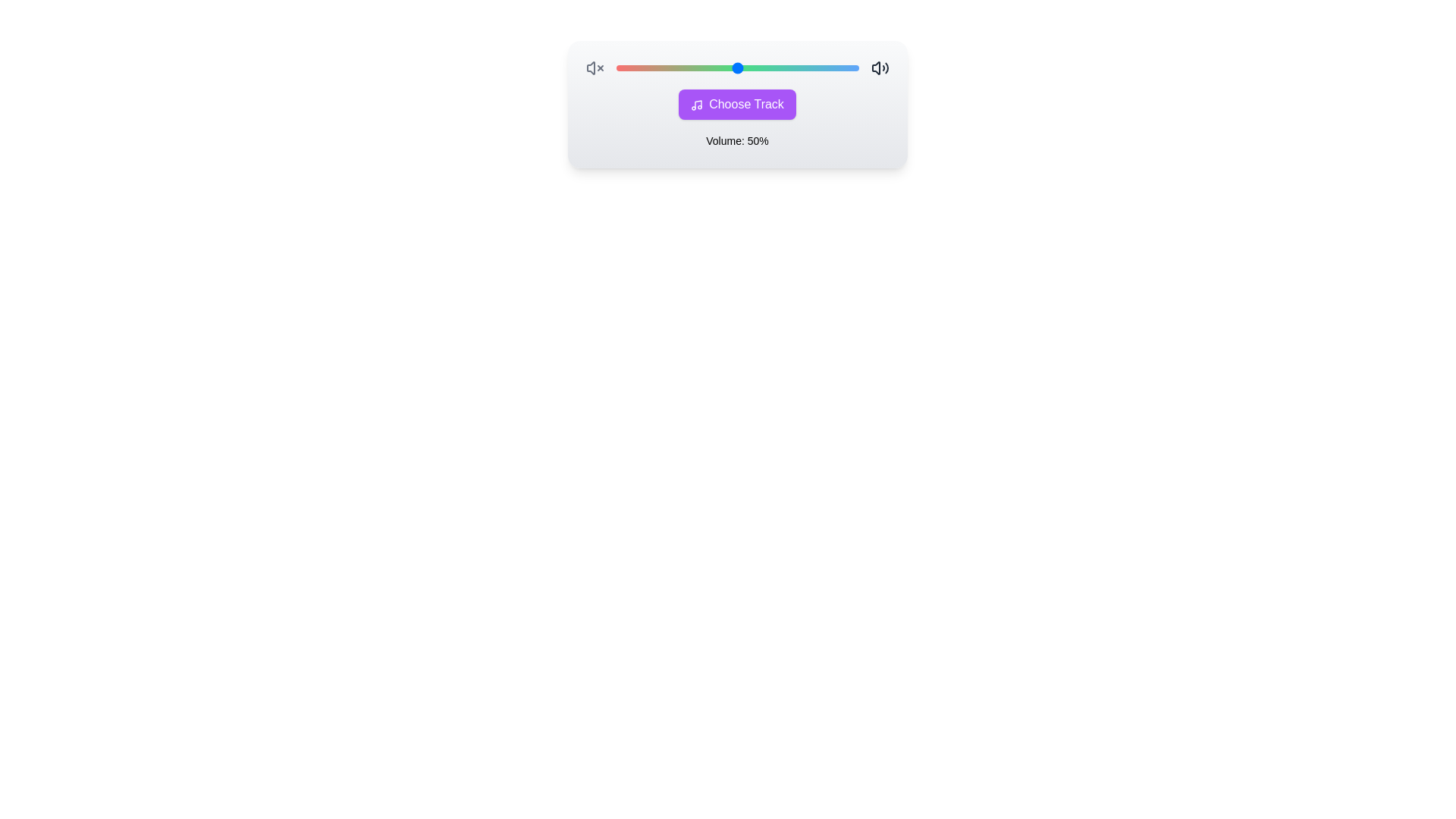 The image size is (1456, 819). I want to click on the volume to 47% using the slider, so click(730, 67).